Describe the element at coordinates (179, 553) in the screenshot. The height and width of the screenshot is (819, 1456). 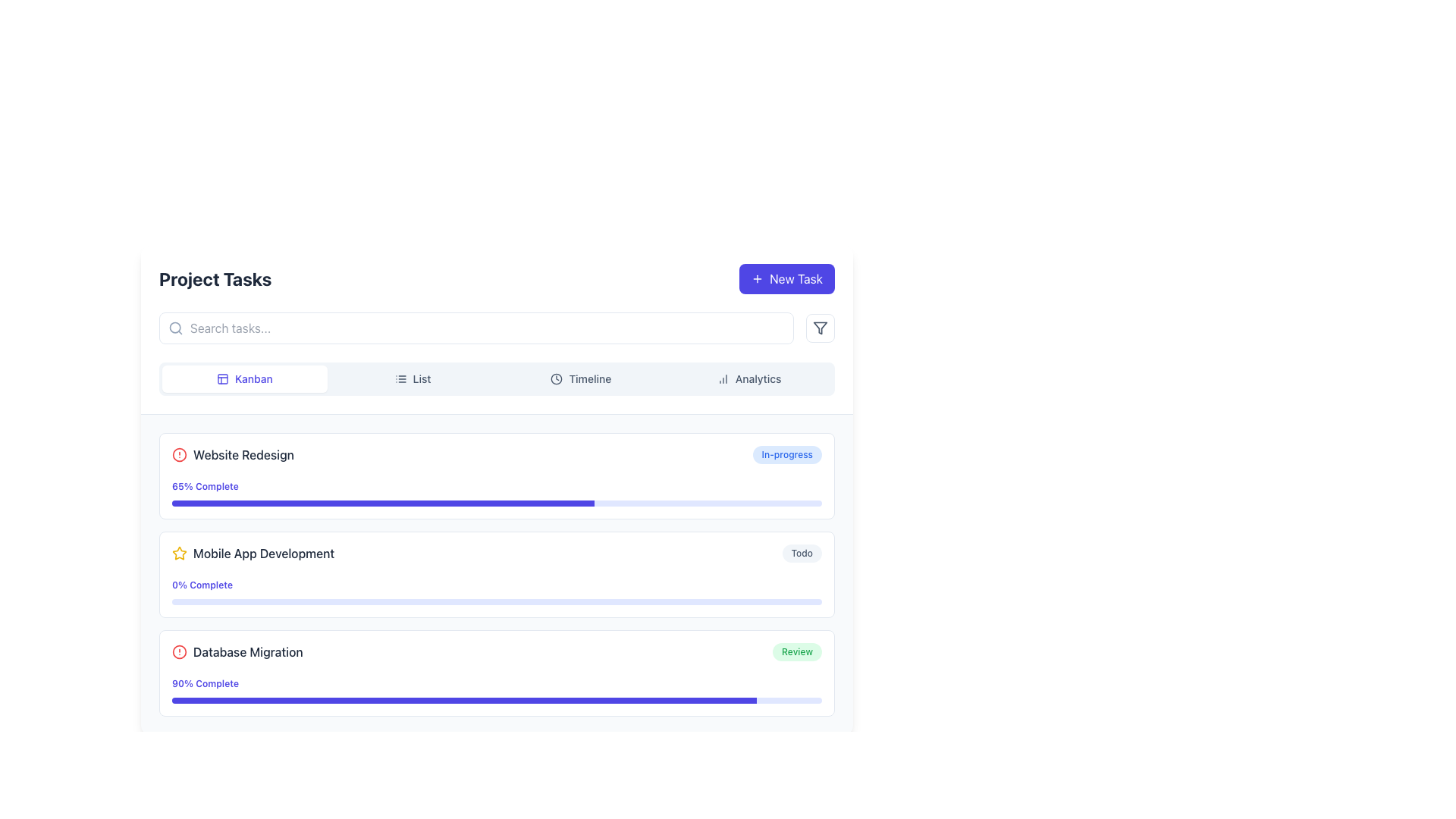
I see `the star icon with a gold outline, located to the left of the text 'Mobile App Development', to possibly reveal additional information` at that location.